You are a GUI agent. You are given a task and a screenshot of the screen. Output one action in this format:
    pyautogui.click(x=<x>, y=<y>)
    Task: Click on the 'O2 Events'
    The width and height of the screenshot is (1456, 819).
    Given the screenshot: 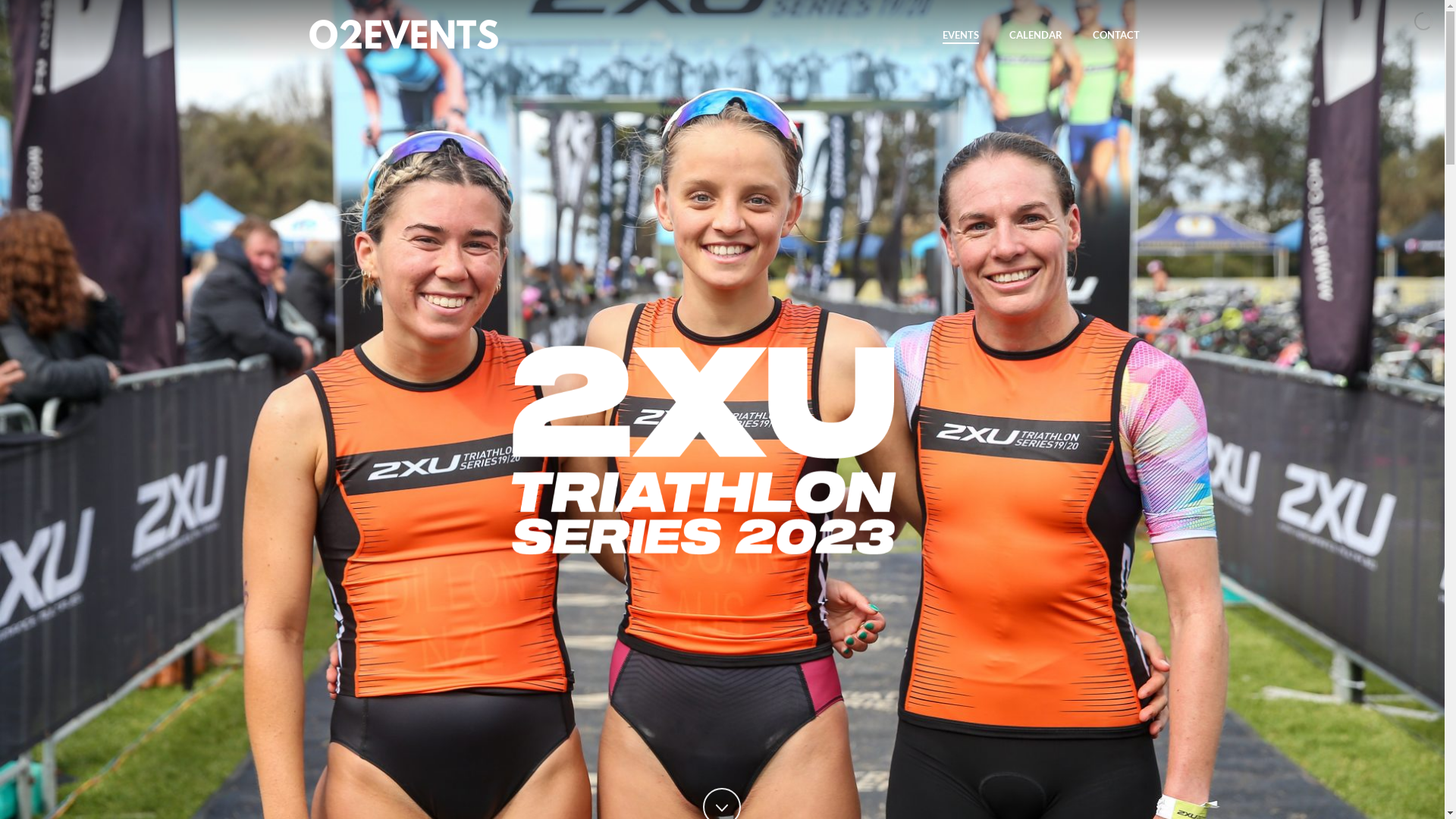 What is the action you would take?
    pyautogui.click(x=304, y=34)
    